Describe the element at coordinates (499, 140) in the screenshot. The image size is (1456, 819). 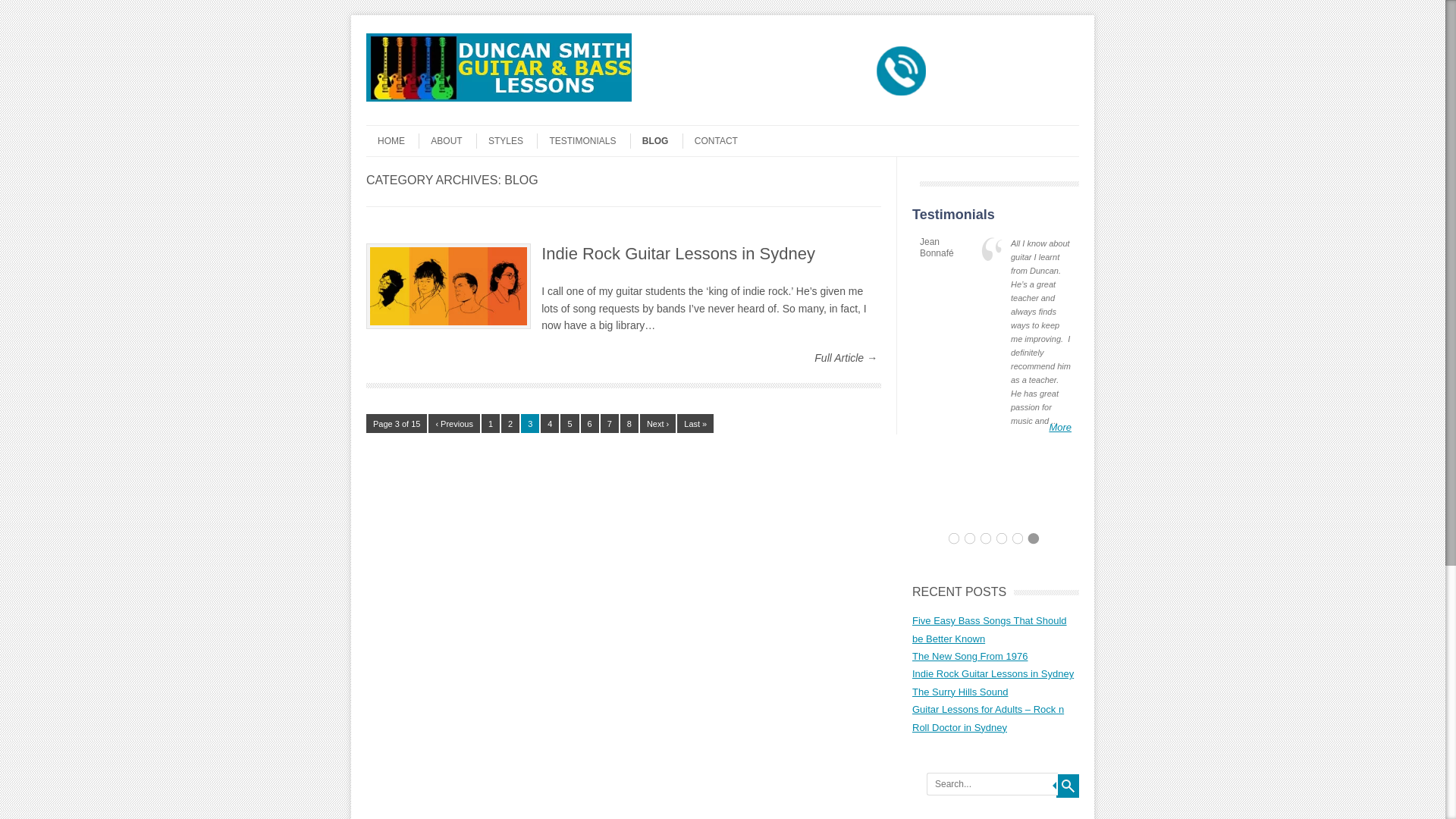
I see `'STYLES'` at that location.